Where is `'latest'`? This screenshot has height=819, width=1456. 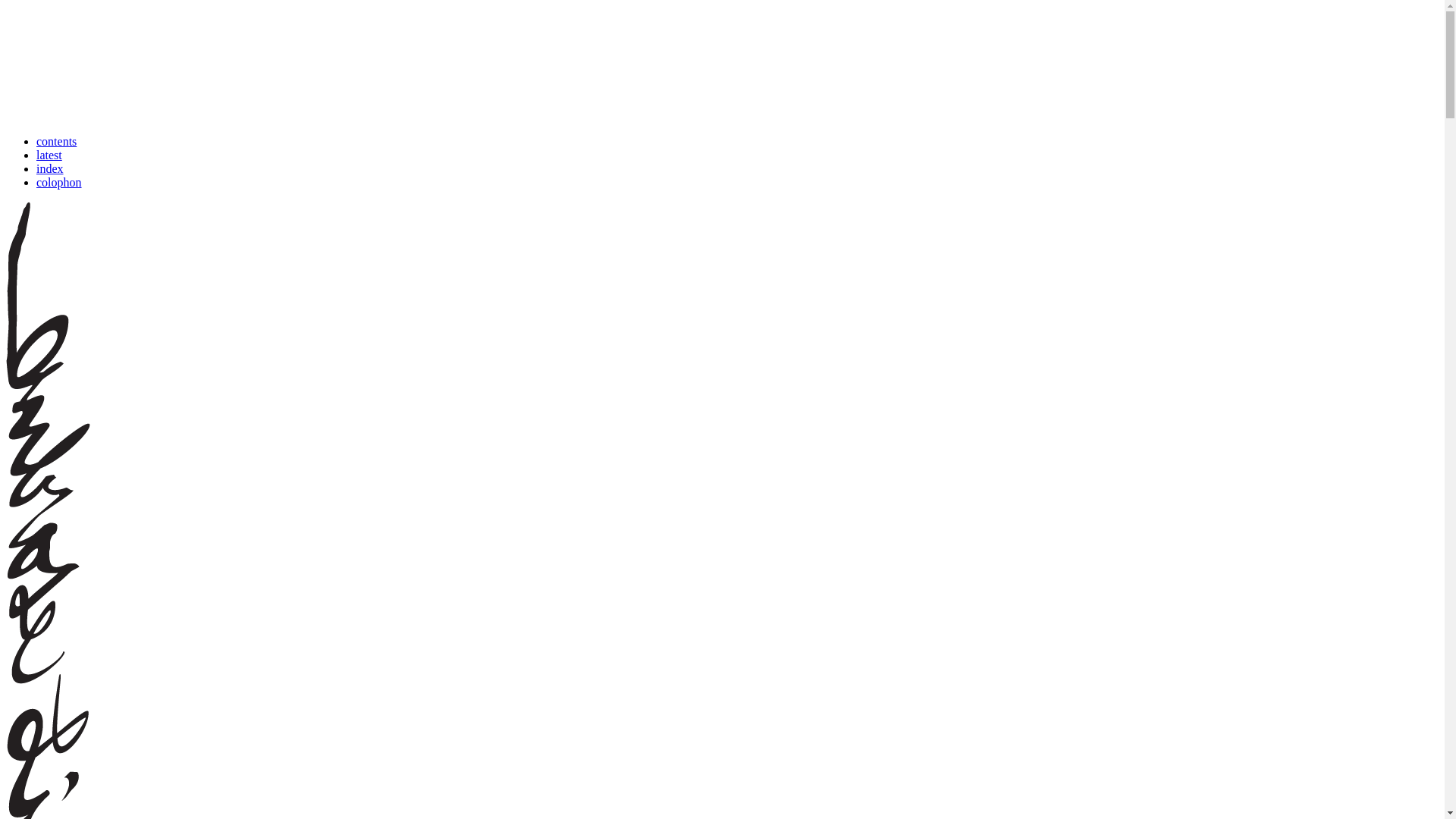
'latest' is located at coordinates (49, 155).